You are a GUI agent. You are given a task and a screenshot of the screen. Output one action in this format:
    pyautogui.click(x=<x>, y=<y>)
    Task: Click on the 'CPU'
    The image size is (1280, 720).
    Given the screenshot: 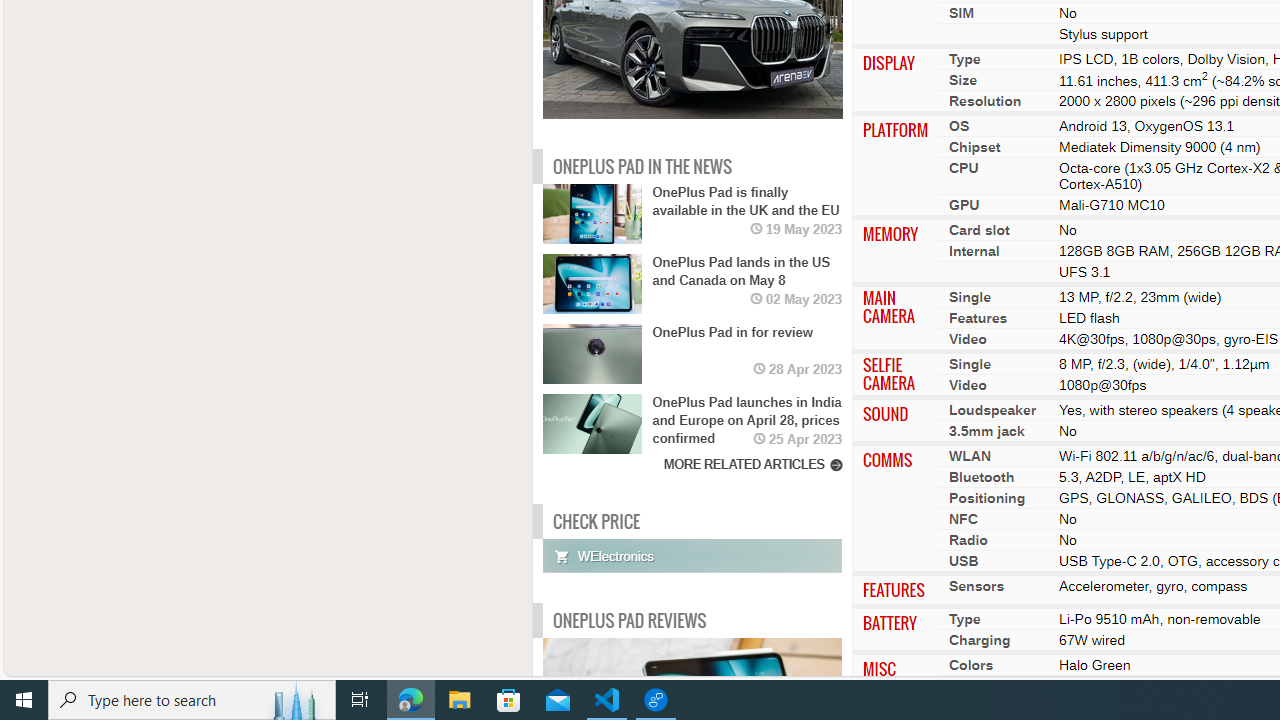 What is the action you would take?
    pyautogui.click(x=963, y=167)
    